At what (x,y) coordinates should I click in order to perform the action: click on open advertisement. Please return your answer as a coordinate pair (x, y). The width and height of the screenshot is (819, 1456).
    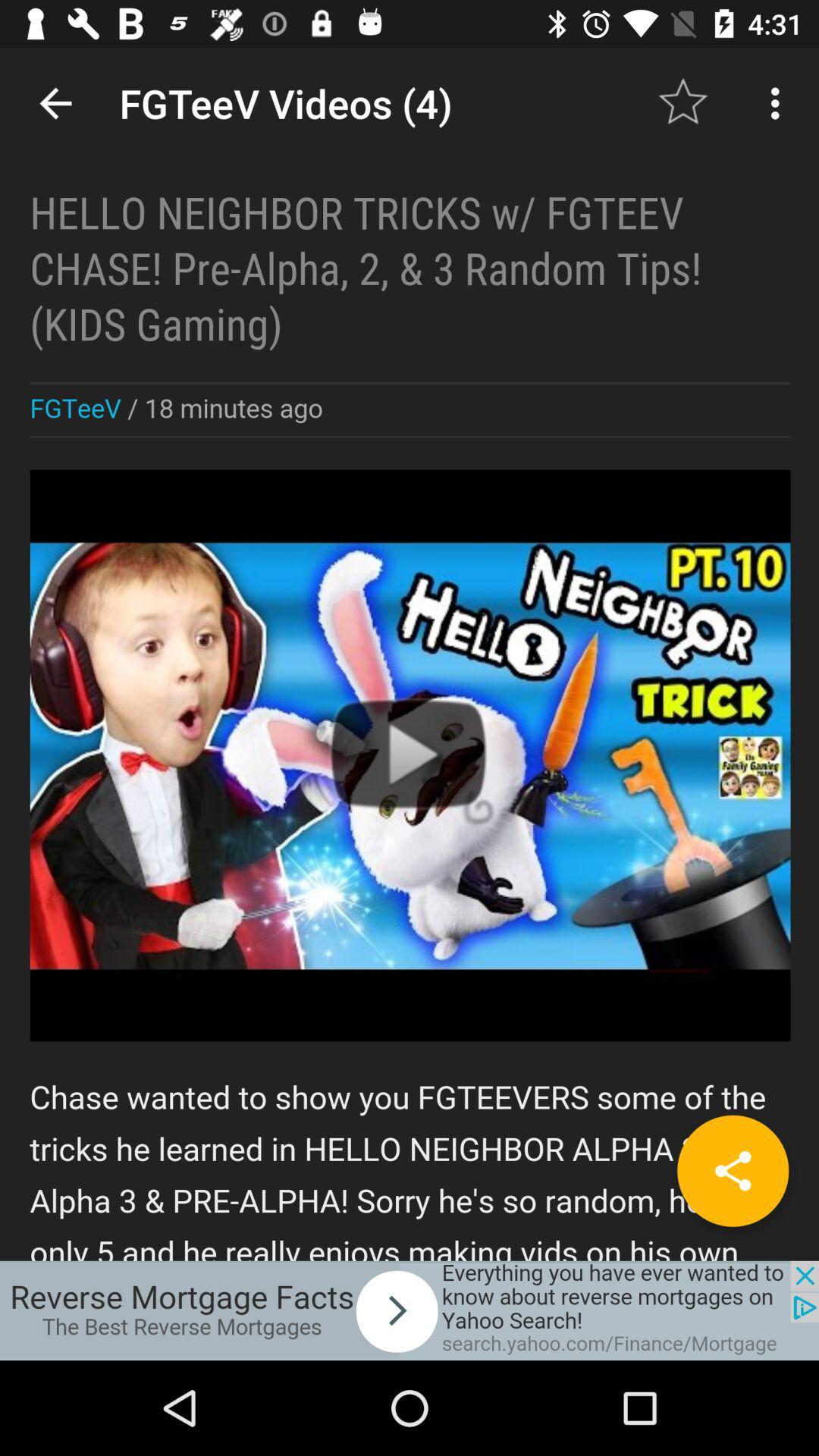
    Looking at the image, I should click on (409, 1310).